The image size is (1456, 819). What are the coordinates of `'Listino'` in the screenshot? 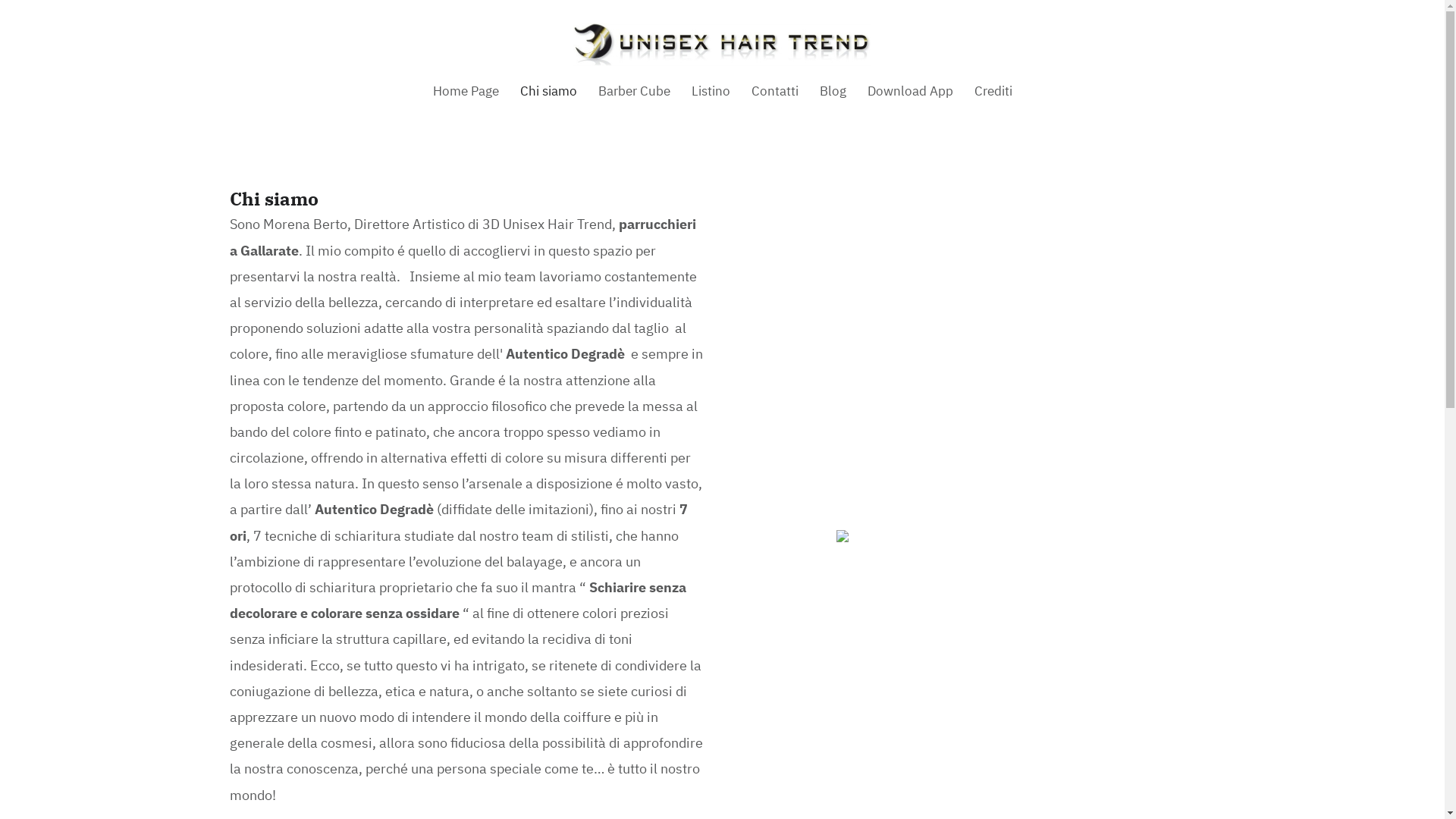 It's located at (710, 91).